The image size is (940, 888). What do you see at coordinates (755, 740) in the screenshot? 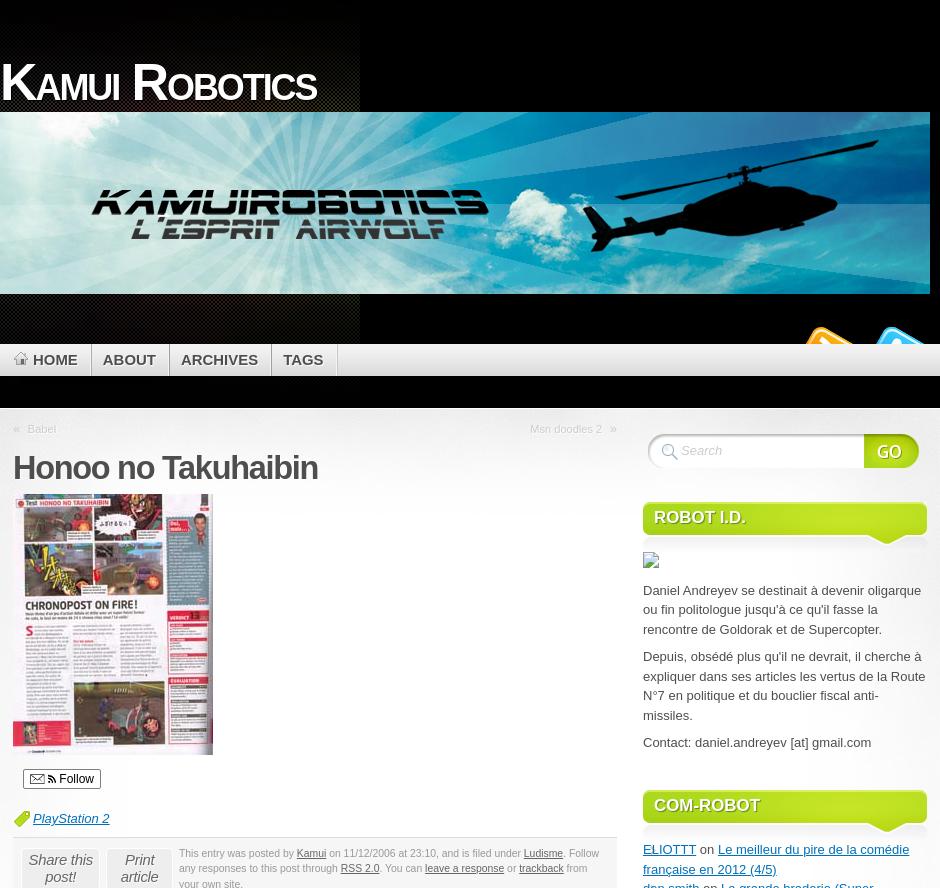
I see `'Contact: daniel.andreyev [at] gmail.com'` at bounding box center [755, 740].